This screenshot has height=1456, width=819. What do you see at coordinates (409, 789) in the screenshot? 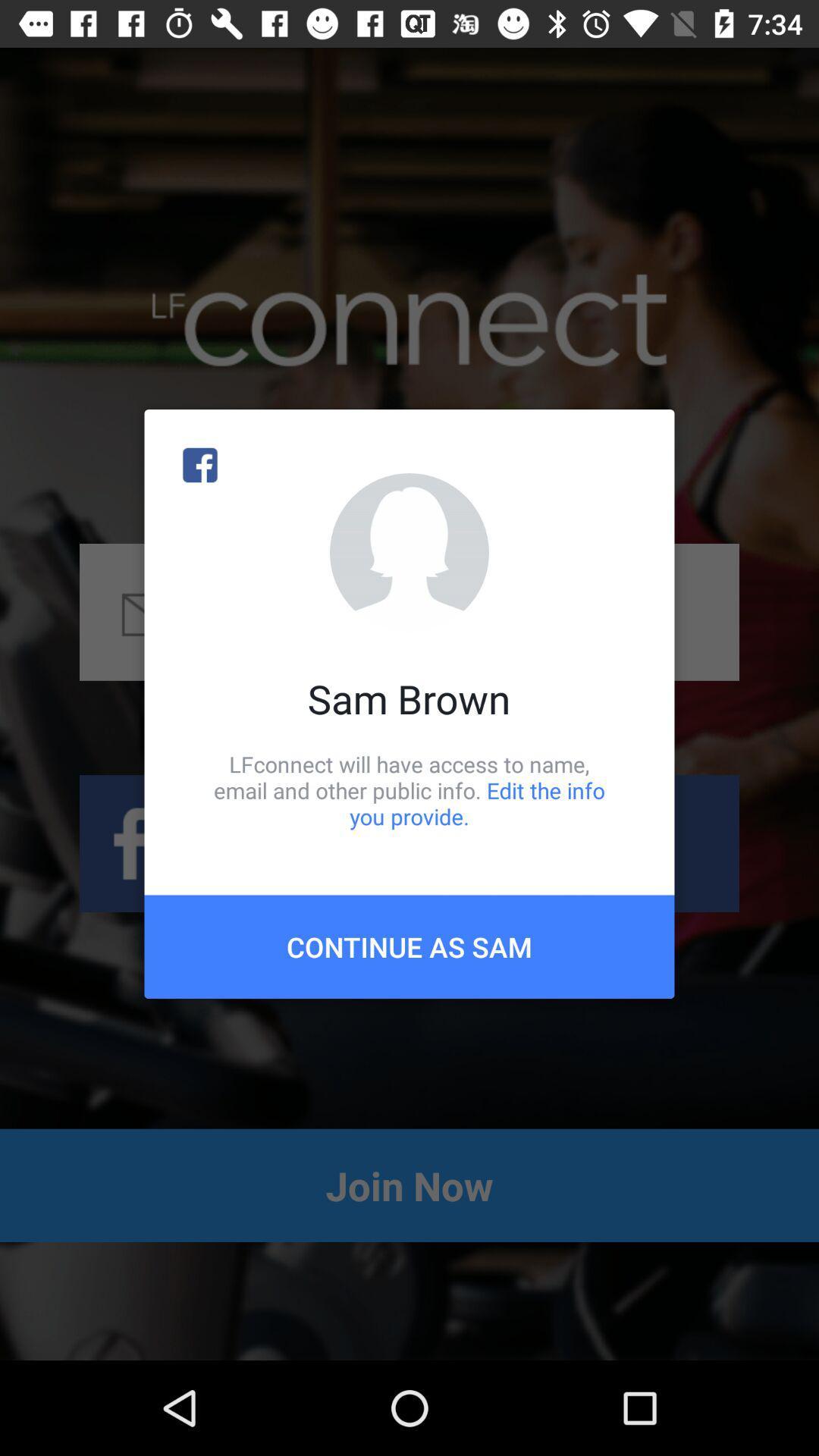
I see `the item above the continue as sam` at bounding box center [409, 789].